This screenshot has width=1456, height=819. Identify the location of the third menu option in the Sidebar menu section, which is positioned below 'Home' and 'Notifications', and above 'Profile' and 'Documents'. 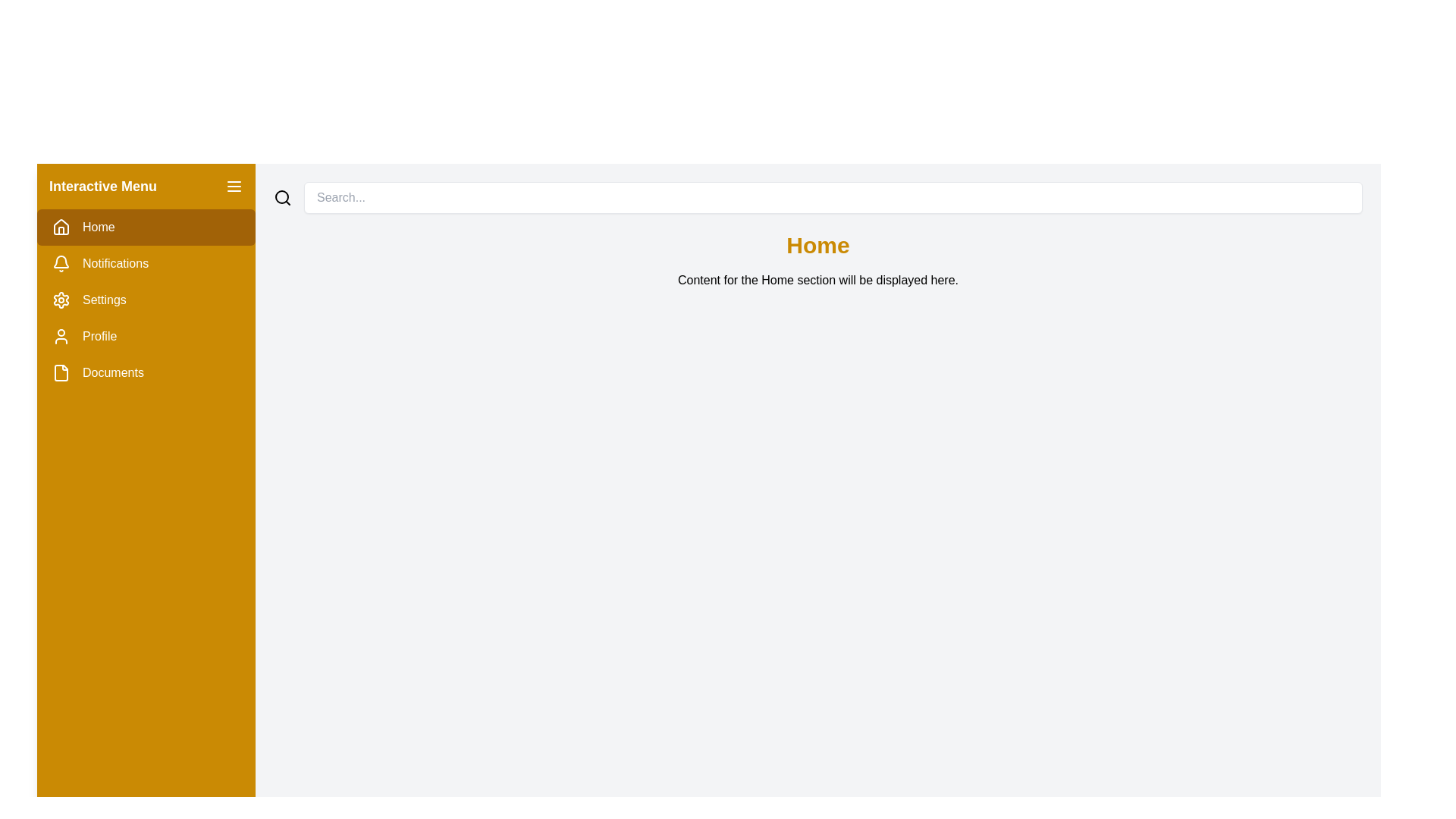
(146, 300).